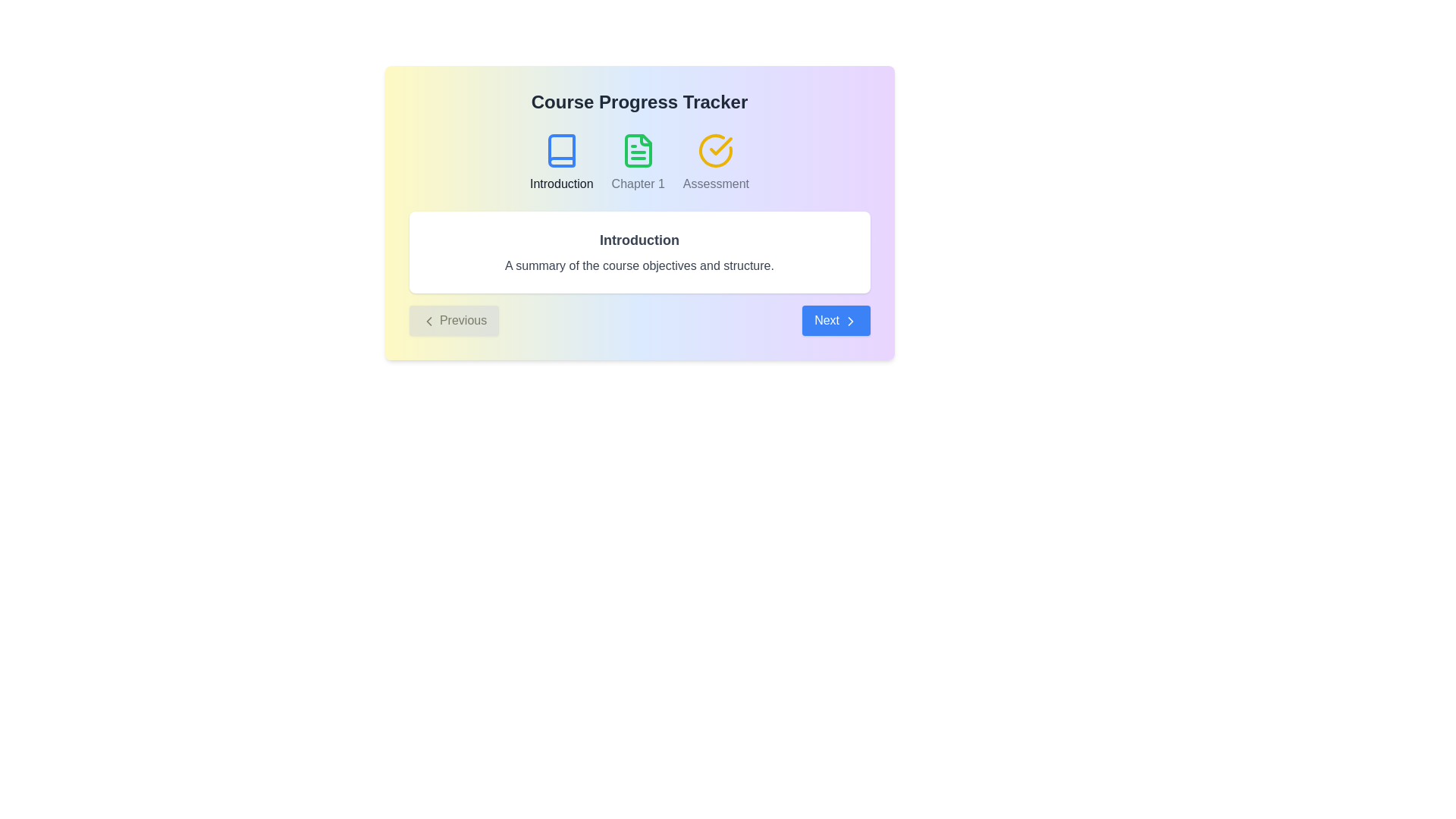 The width and height of the screenshot is (1456, 819). What do you see at coordinates (560, 163) in the screenshot?
I see `the step labeled Introduction in the course progress stepper` at bounding box center [560, 163].